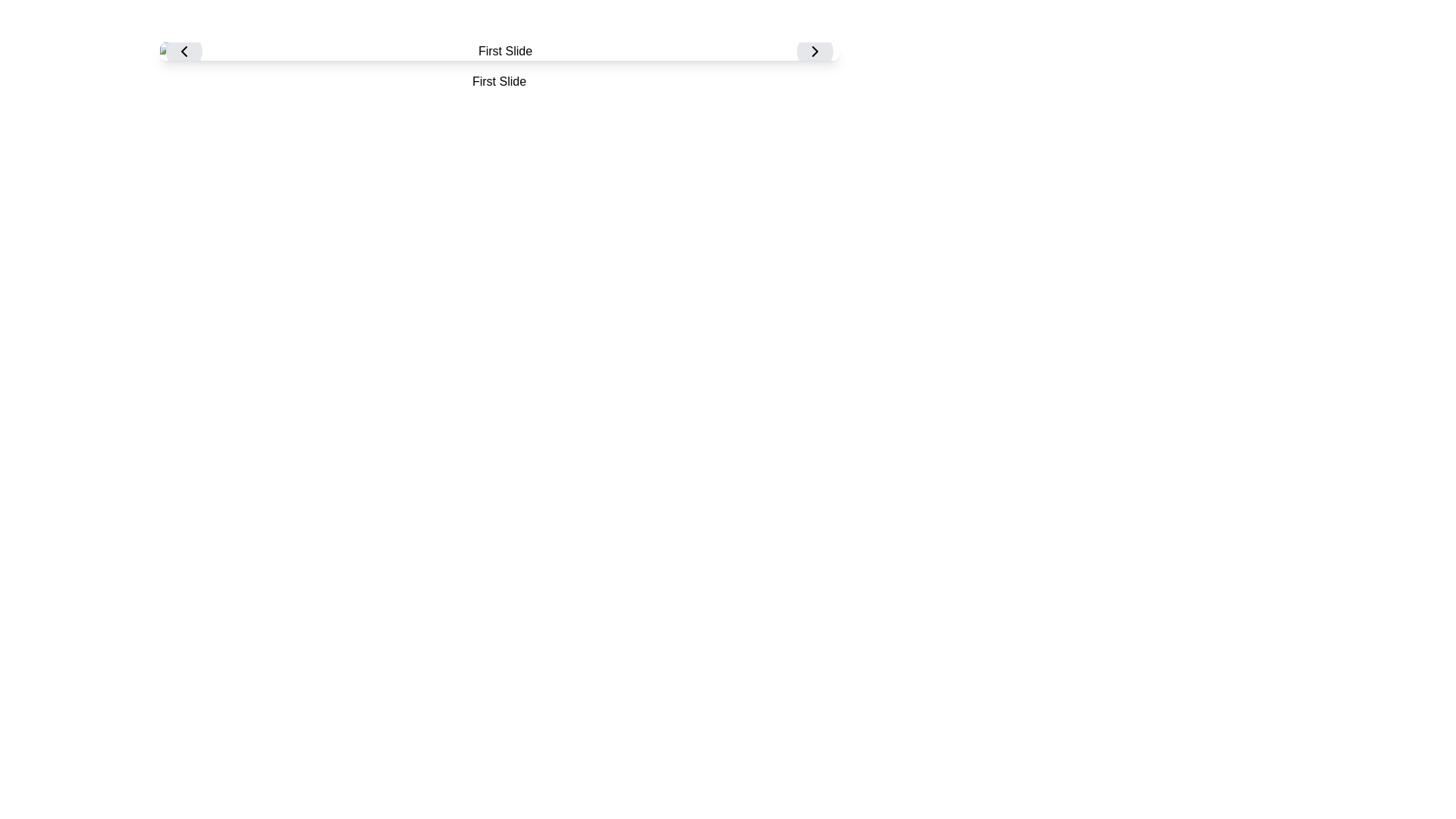 The width and height of the screenshot is (1456, 819). Describe the element at coordinates (183, 51) in the screenshot. I see `the circular button with a gray background and a leftward chevron icon` at that location.